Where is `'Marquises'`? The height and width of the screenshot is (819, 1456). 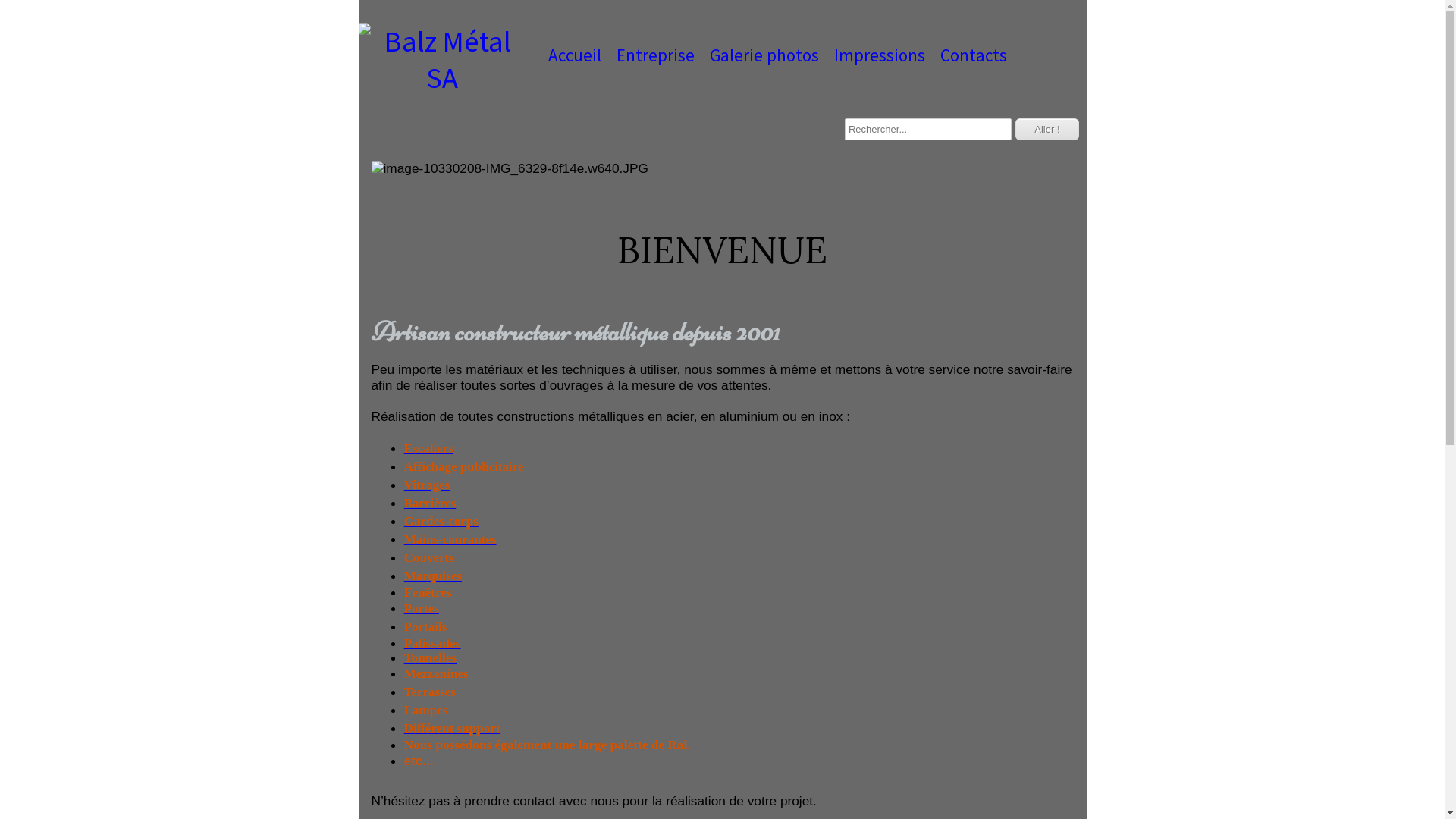 'Marquises' is located at coordinates (403, 576).